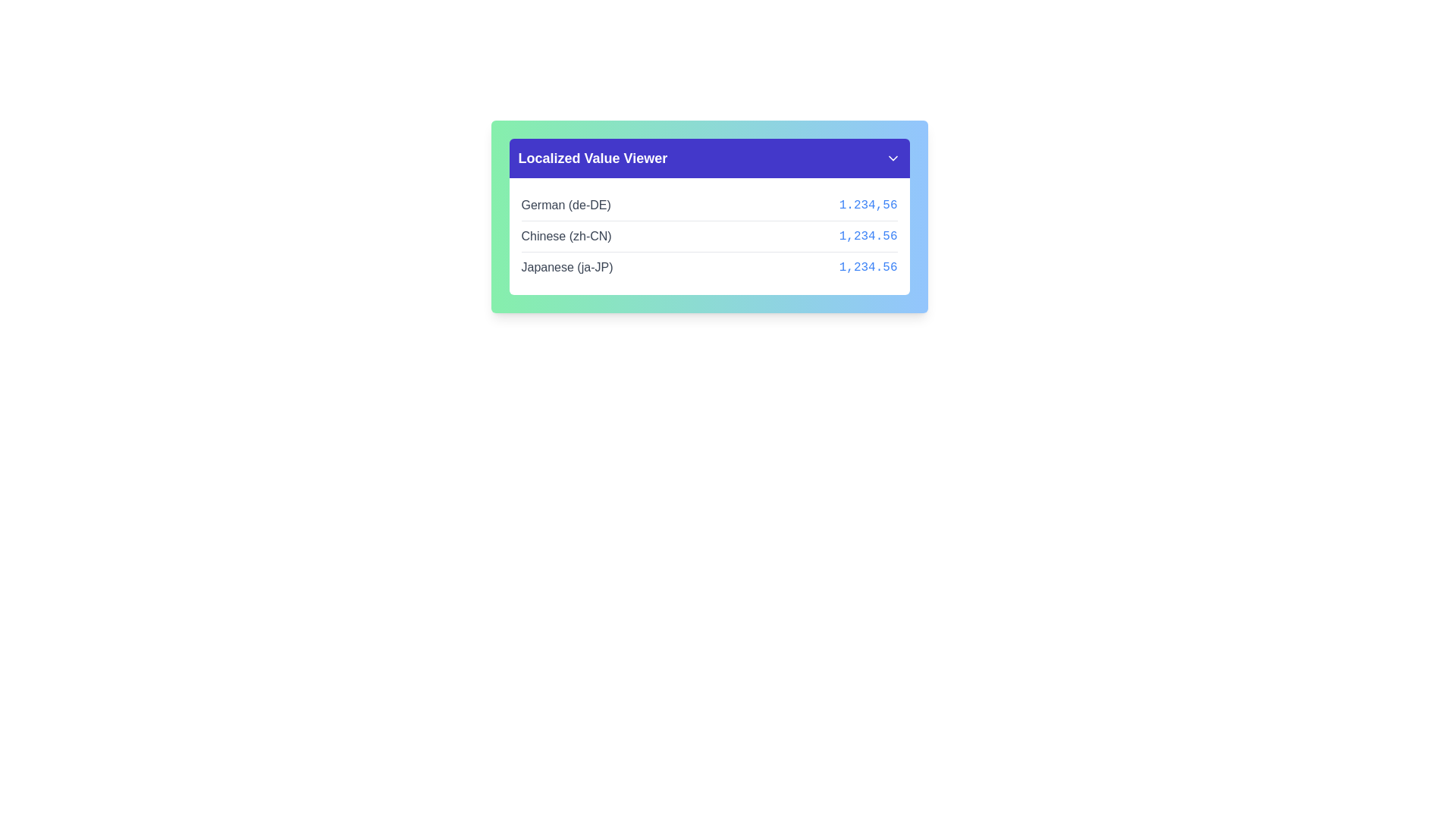 Image resolution: width=1456 pixels, height=819 pixels. Describe the element at coordinates (565, 205) in the screenshot. I see `the static text element displaying 'German (de-DE)' located in the uppermost row of the 'Localized Value Viewer' panel, aligned to the left side` at that location.